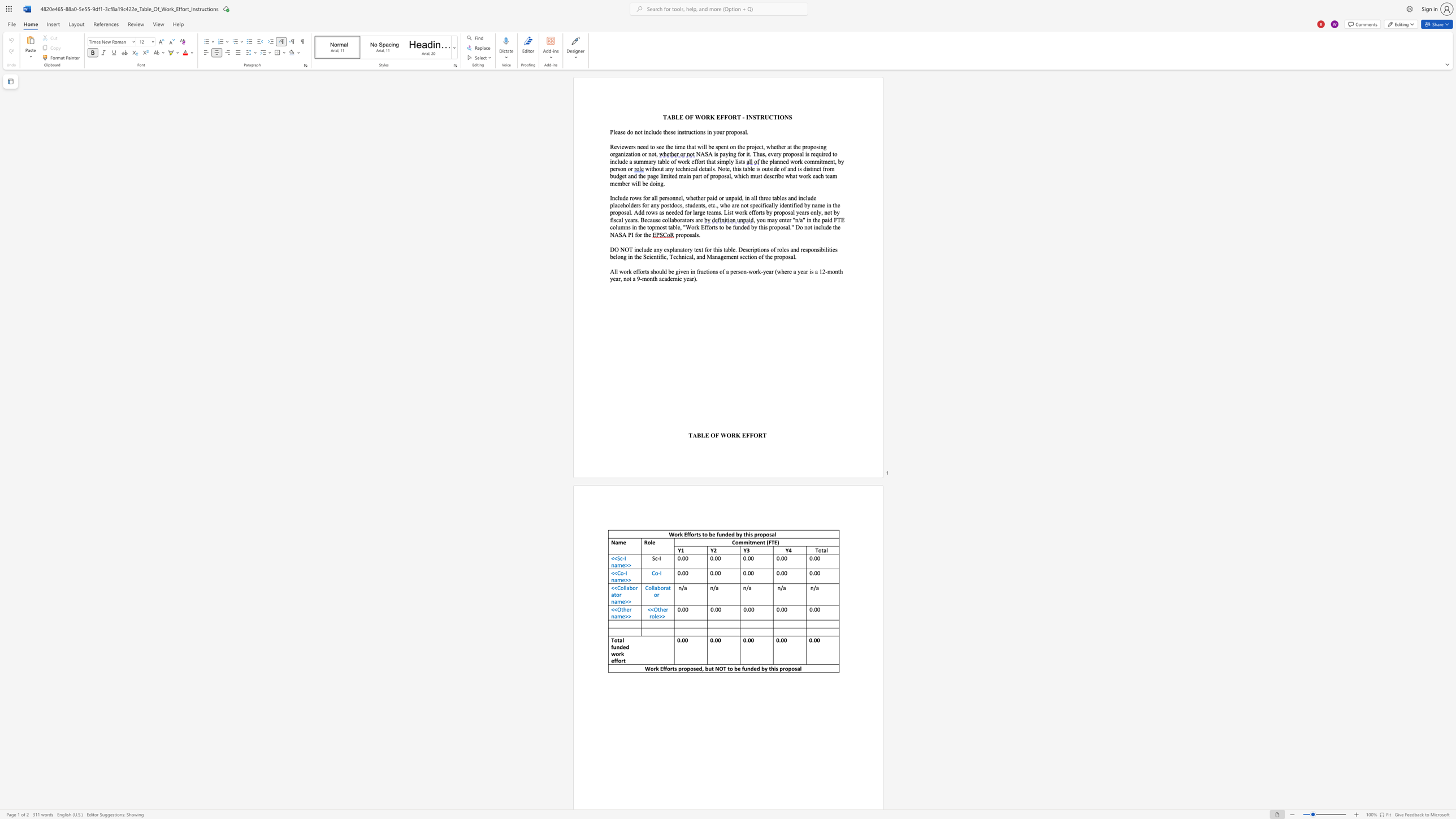  I want to click on the subset text "xt for this table. Desc" within the text "DO NOT include any explanatory text for this table. Descriptions of roles and responsibilities belong in the Scientific, Technical, and Management section of the proposal.", so click(697, 249).